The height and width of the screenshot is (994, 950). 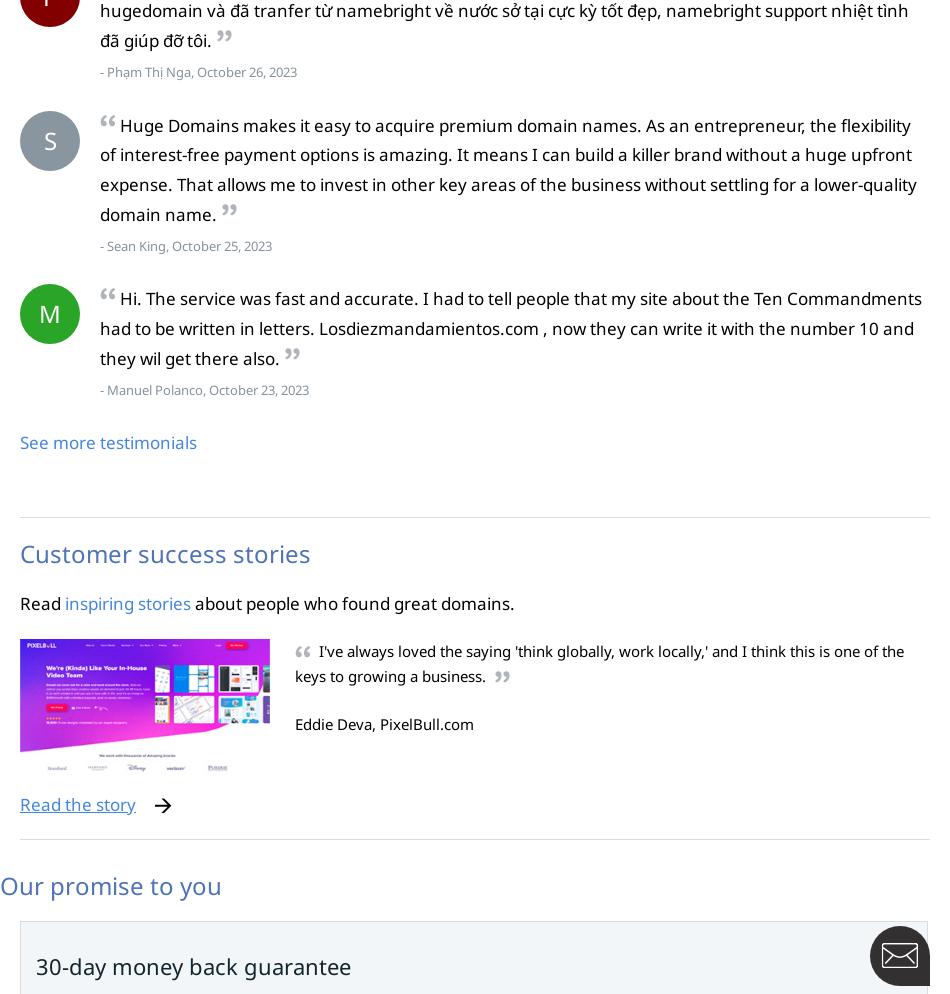 What do you see at coordinates (100, 327) in the screenshot?
I see `'Hi. The service was fast and accurate.
I had to tell people that my site about the Ten Commandments had to be written in letters. Losdiezmandamientos.com , now they can write it with the number 10 and they wil get there also.'` at bounding box center [100, 327].